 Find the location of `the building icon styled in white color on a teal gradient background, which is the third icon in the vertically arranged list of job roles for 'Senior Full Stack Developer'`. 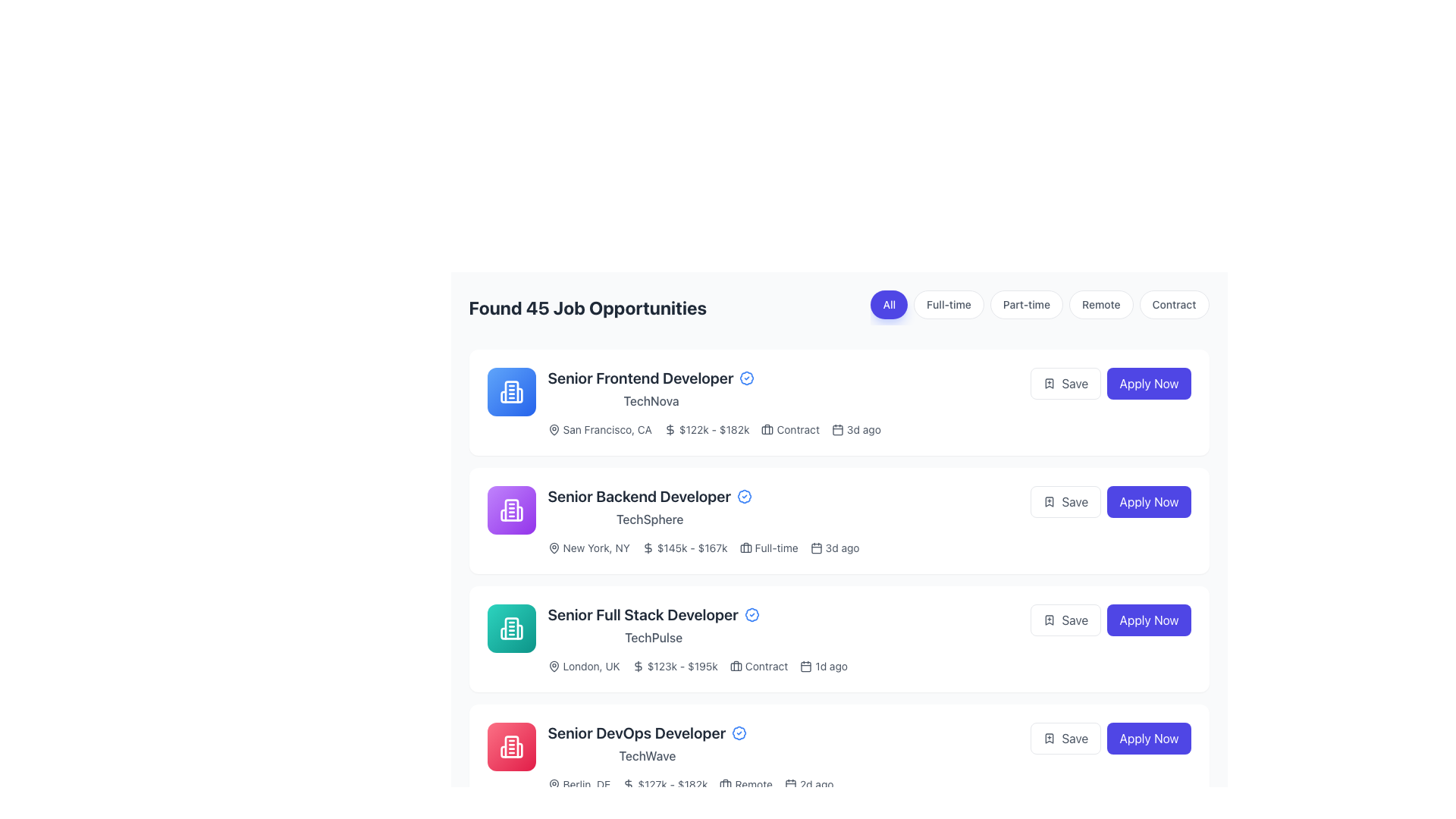

the building icon styled in white color on a teal gradient background, which is the third icon in the vertically arranged list of job roles for 'Senior Full Stack Developer' is located at coordinates (511, 629).